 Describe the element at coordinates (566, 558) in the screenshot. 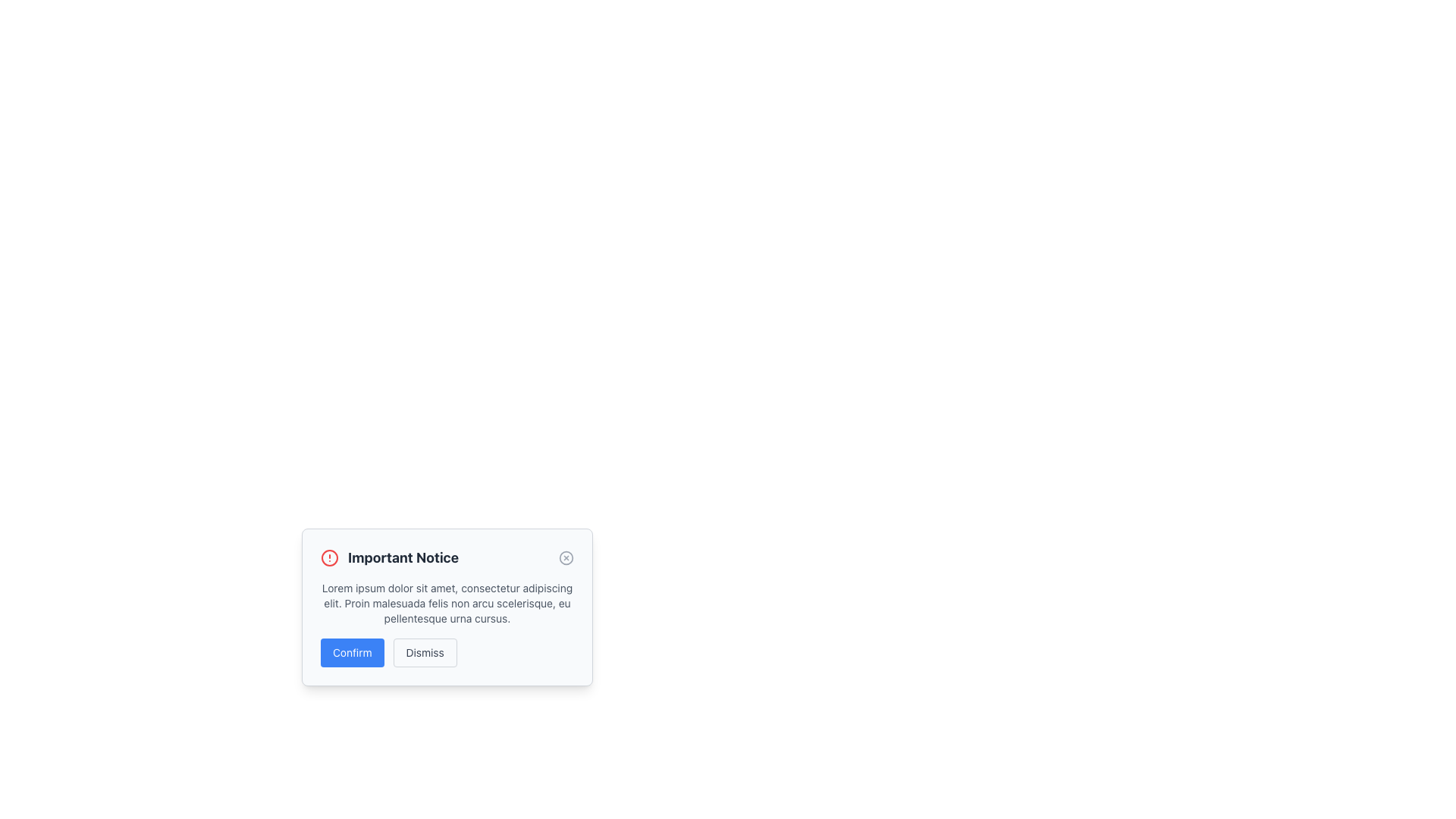

I see `the circular component located centrally inside the close icon at the top-right corner of the modal titled 'Important Notice'` at that location.